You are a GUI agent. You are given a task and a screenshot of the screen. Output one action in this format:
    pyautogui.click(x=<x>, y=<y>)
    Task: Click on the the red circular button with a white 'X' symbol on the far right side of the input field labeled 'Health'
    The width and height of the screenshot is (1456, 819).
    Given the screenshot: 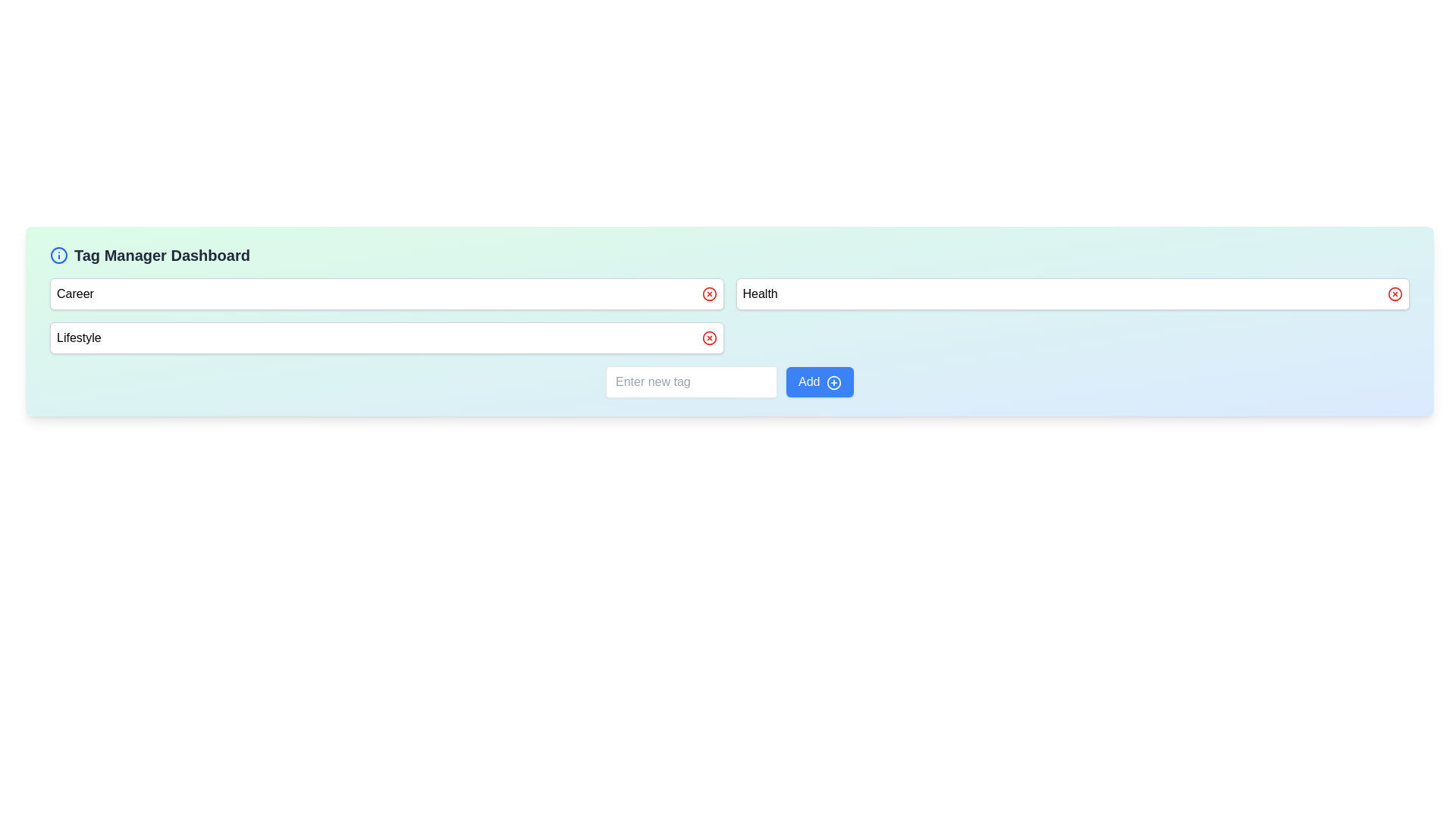 What is the action you would take?
    pyautogui.click(x=1395, y=294)
    